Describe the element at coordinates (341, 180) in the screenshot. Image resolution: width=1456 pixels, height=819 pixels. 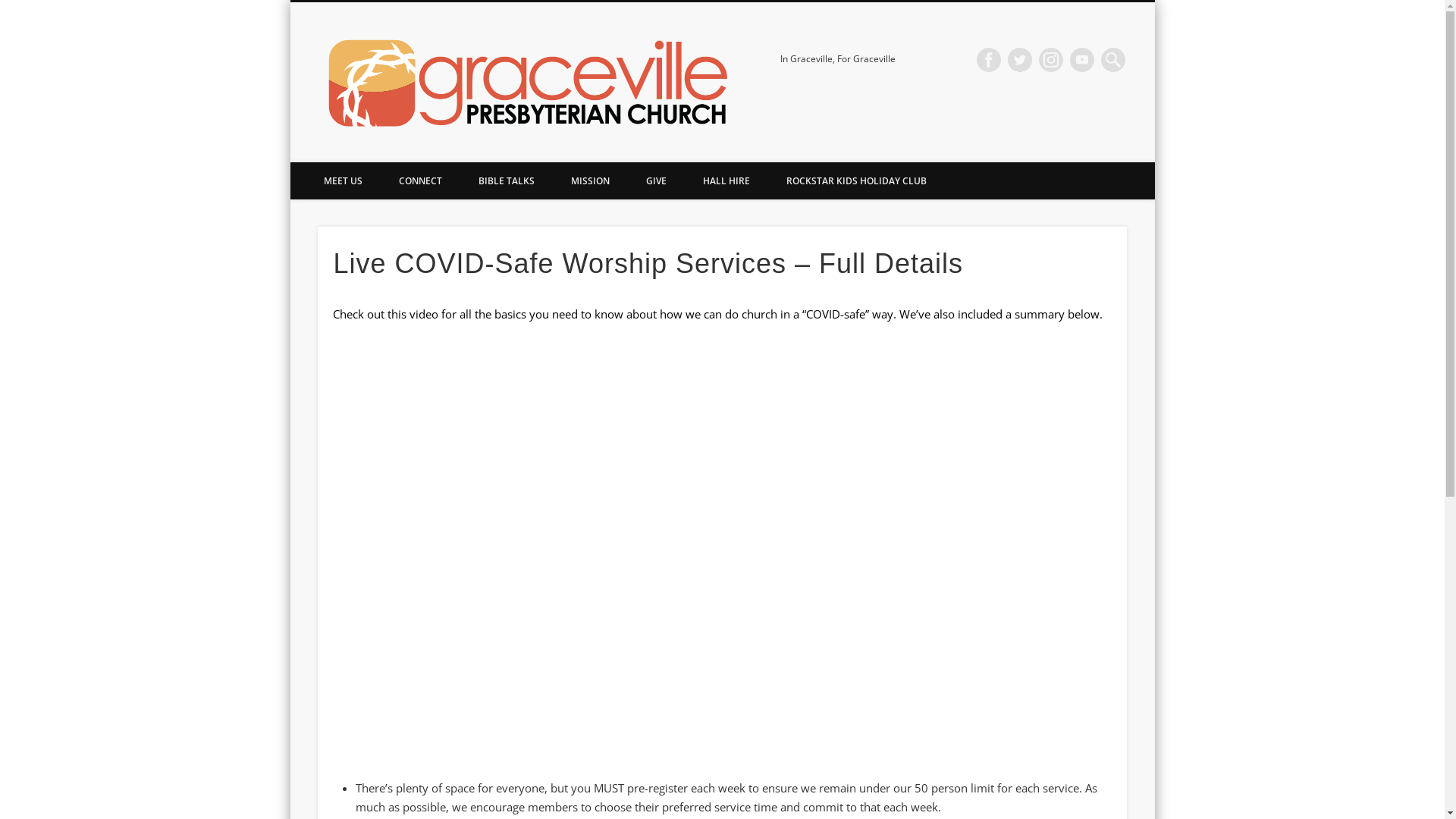
I see `'MEET US'` at that location.